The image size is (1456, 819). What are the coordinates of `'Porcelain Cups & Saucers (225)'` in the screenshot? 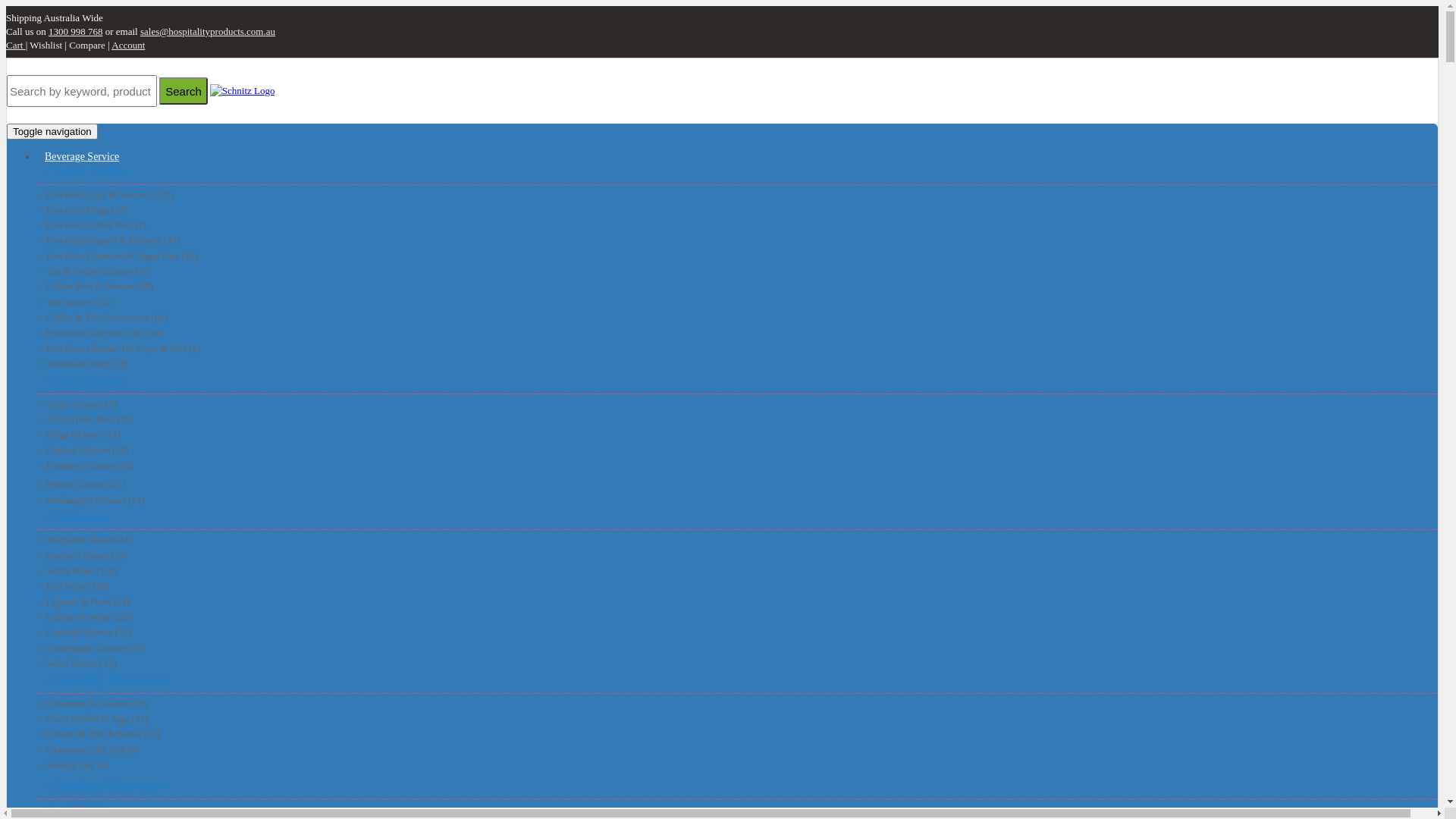 It's located at (39, 194).